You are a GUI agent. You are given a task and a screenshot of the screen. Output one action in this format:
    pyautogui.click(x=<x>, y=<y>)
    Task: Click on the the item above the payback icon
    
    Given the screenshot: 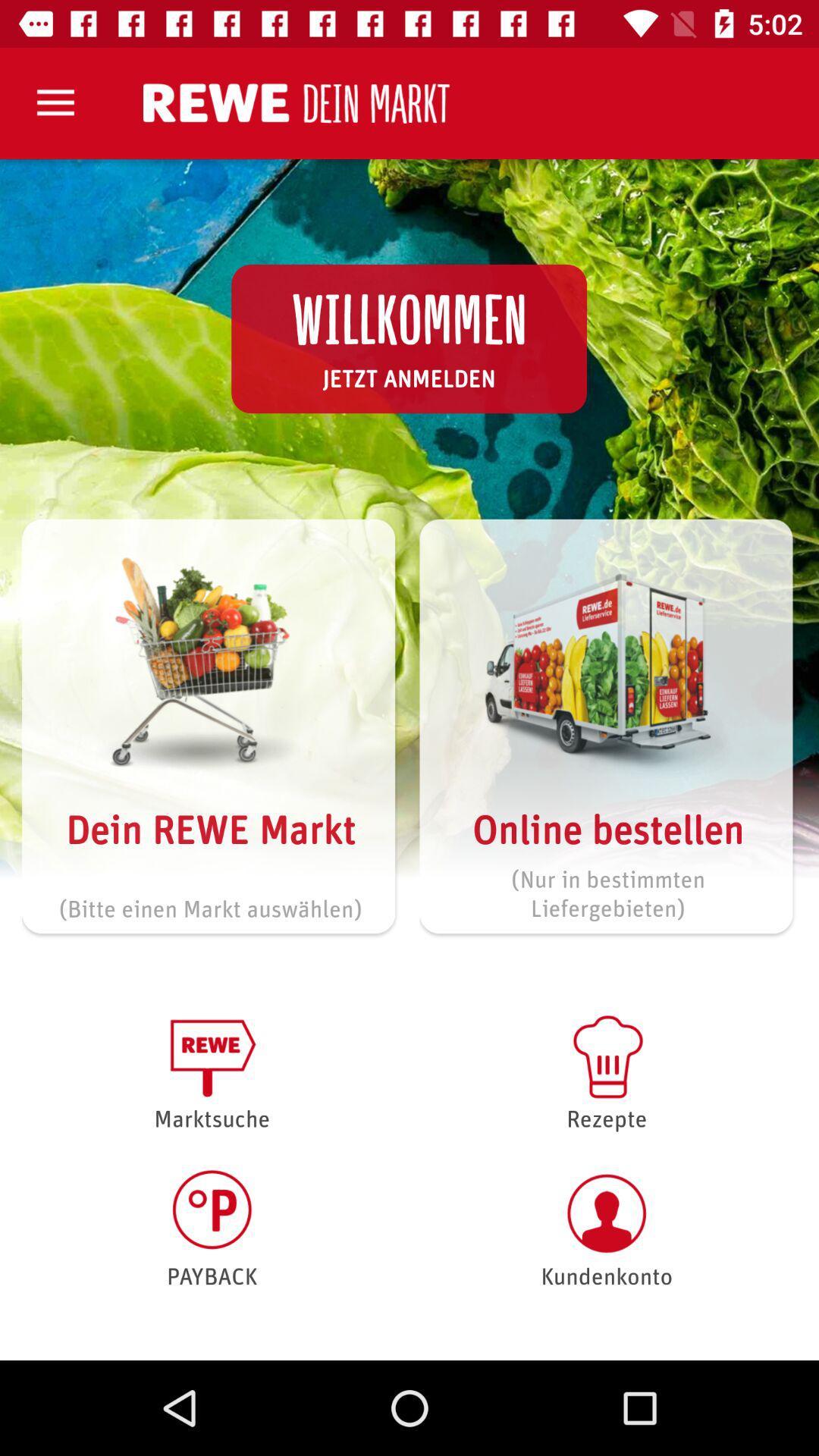 What is the action you would take?
    pyautogui.click(x=212, y=1070)
    